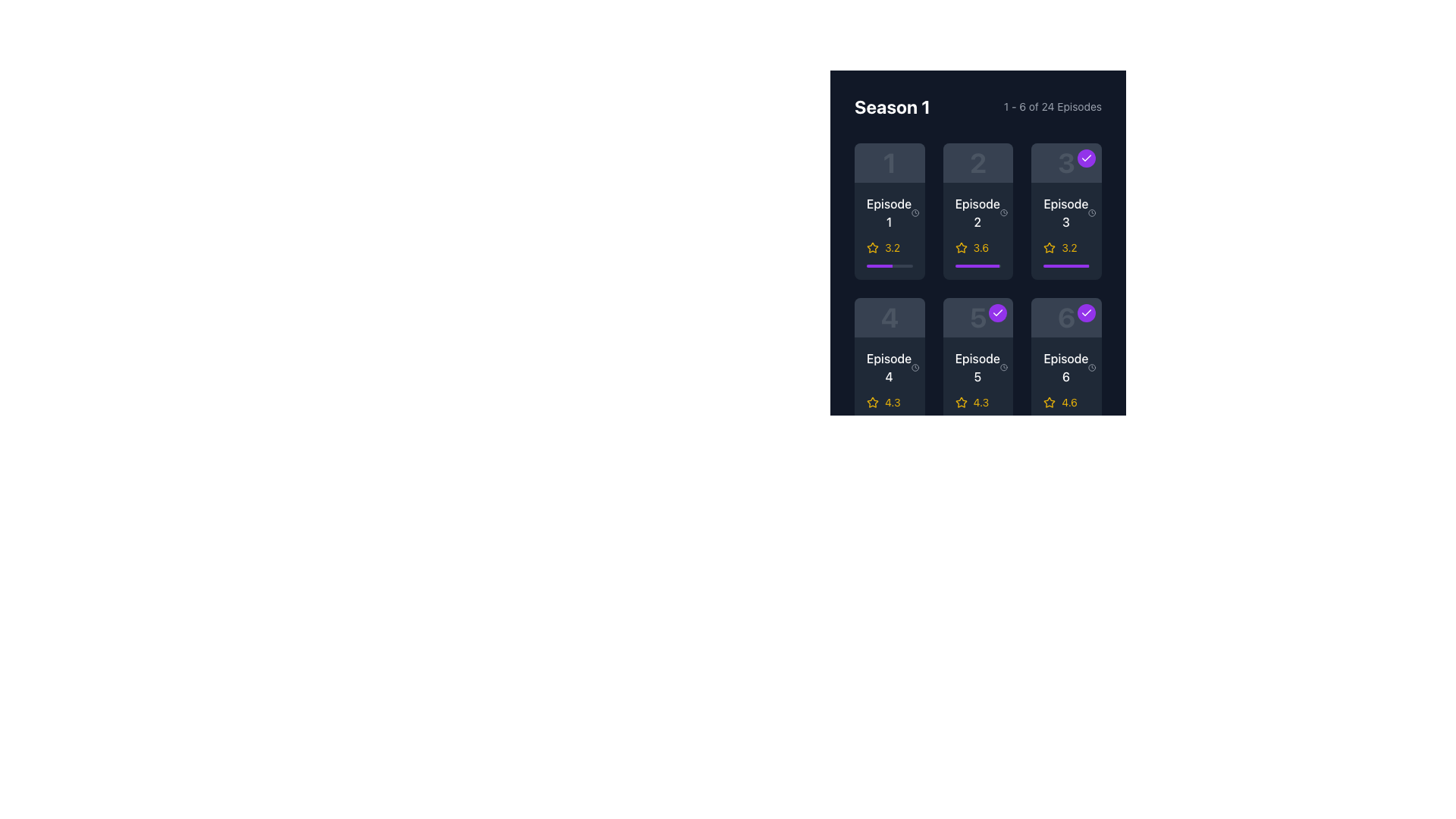 This screenshot has height=819, width=1456. What do you see at coordinates (890, 385) in the screenshot?
I see `the fourth episode item box in the grid layout under the 'Season 1' section` at bounding box center [890, 385].